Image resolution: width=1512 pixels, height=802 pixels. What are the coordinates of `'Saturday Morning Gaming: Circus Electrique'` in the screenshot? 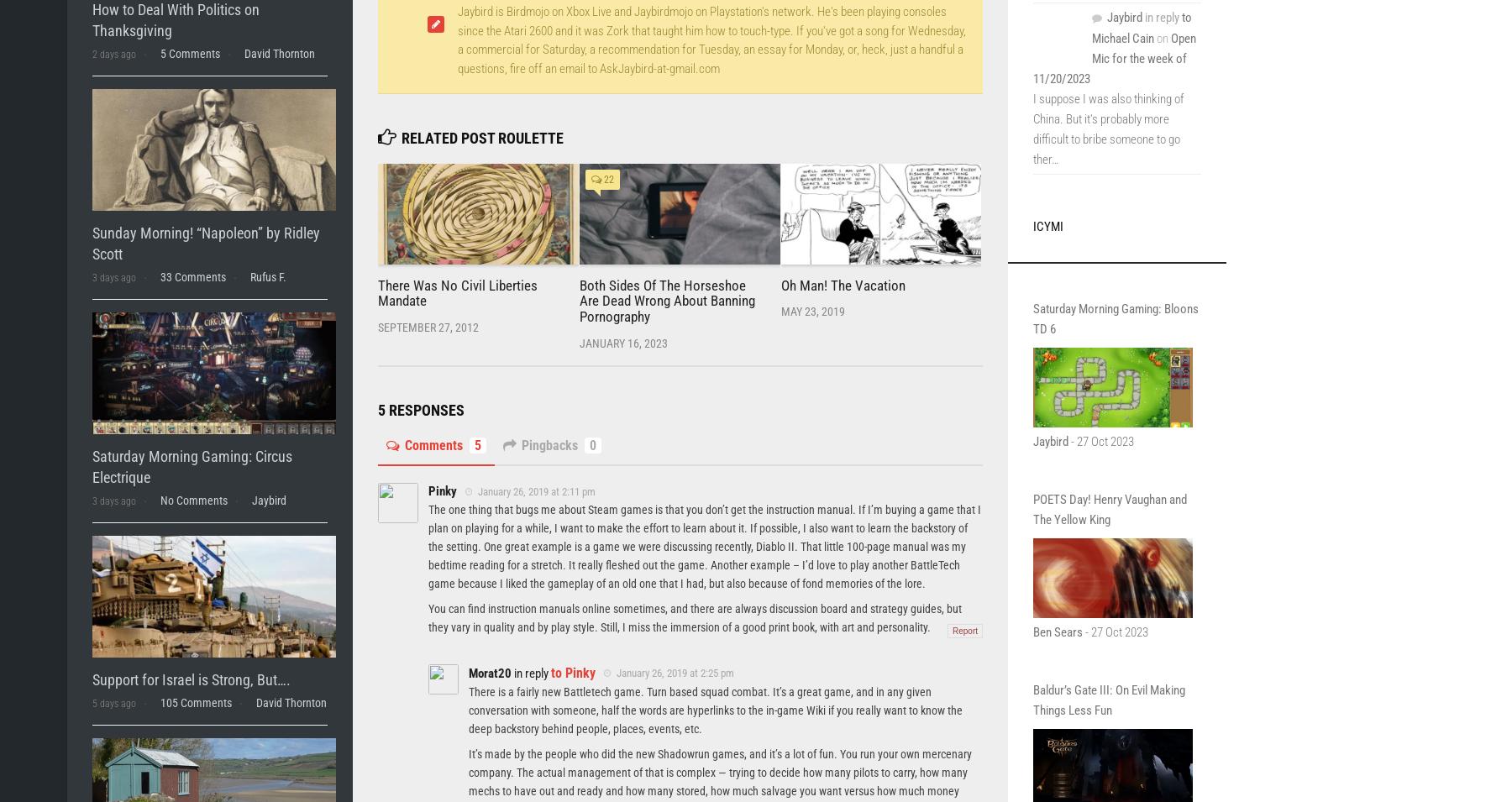 It's located at (191, 466).